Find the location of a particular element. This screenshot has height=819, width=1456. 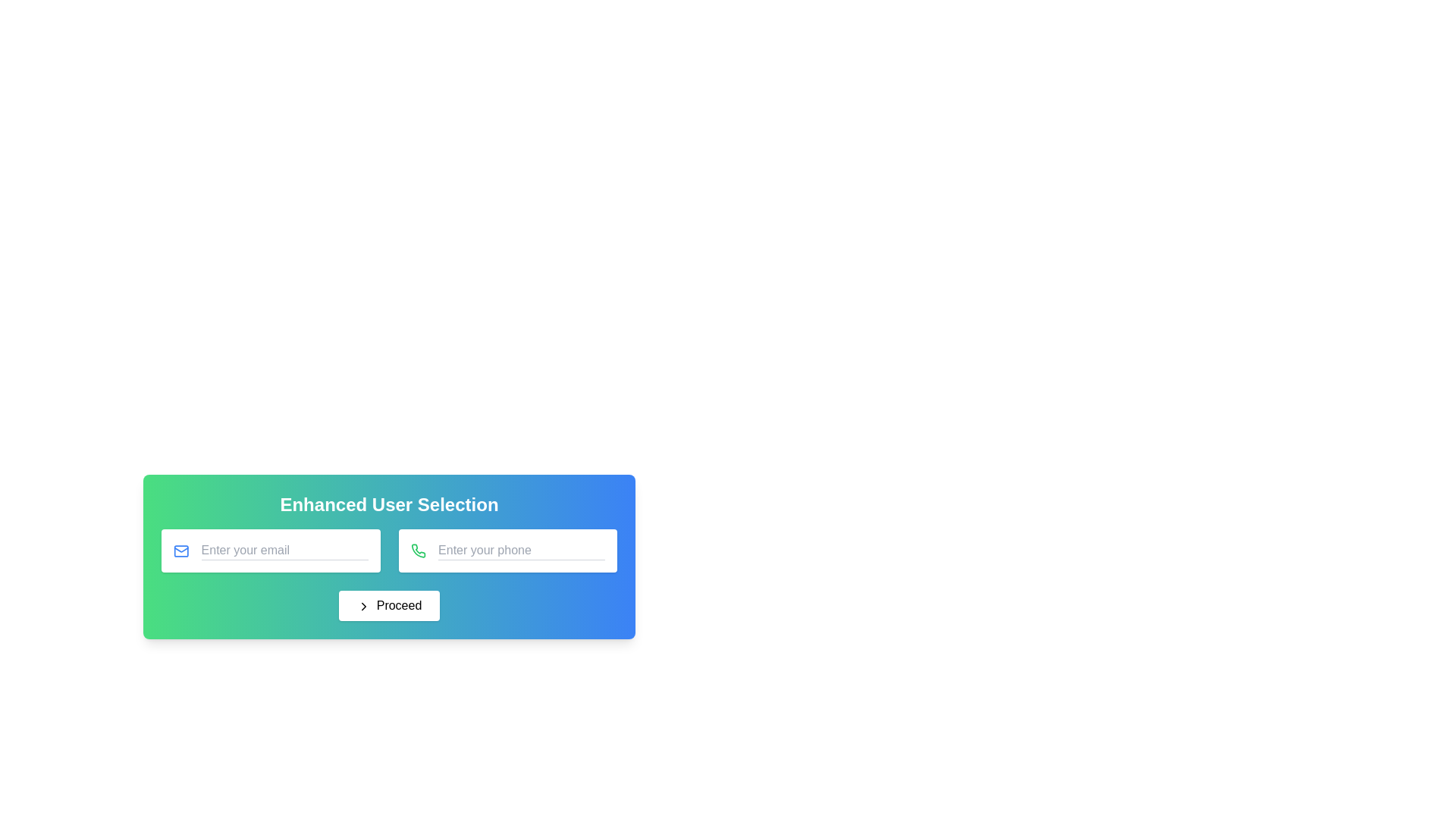

the icon representing navigation or progression associated with the 'Proceed' button located at the bottom center of the interface is located at coordinates (362, 605).